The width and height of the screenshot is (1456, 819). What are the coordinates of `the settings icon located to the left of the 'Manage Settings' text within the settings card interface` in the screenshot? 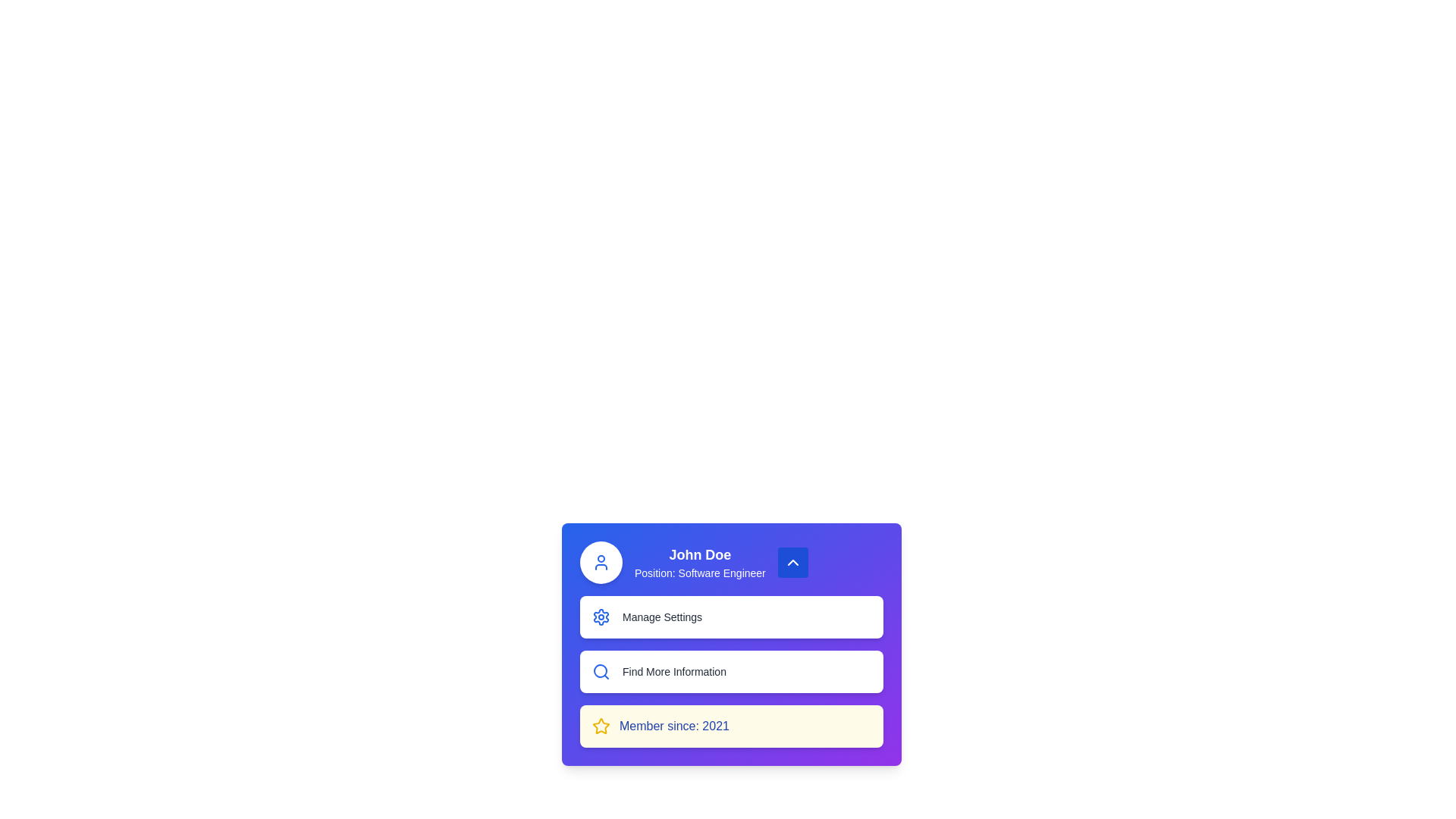 It's located at (600, 617).